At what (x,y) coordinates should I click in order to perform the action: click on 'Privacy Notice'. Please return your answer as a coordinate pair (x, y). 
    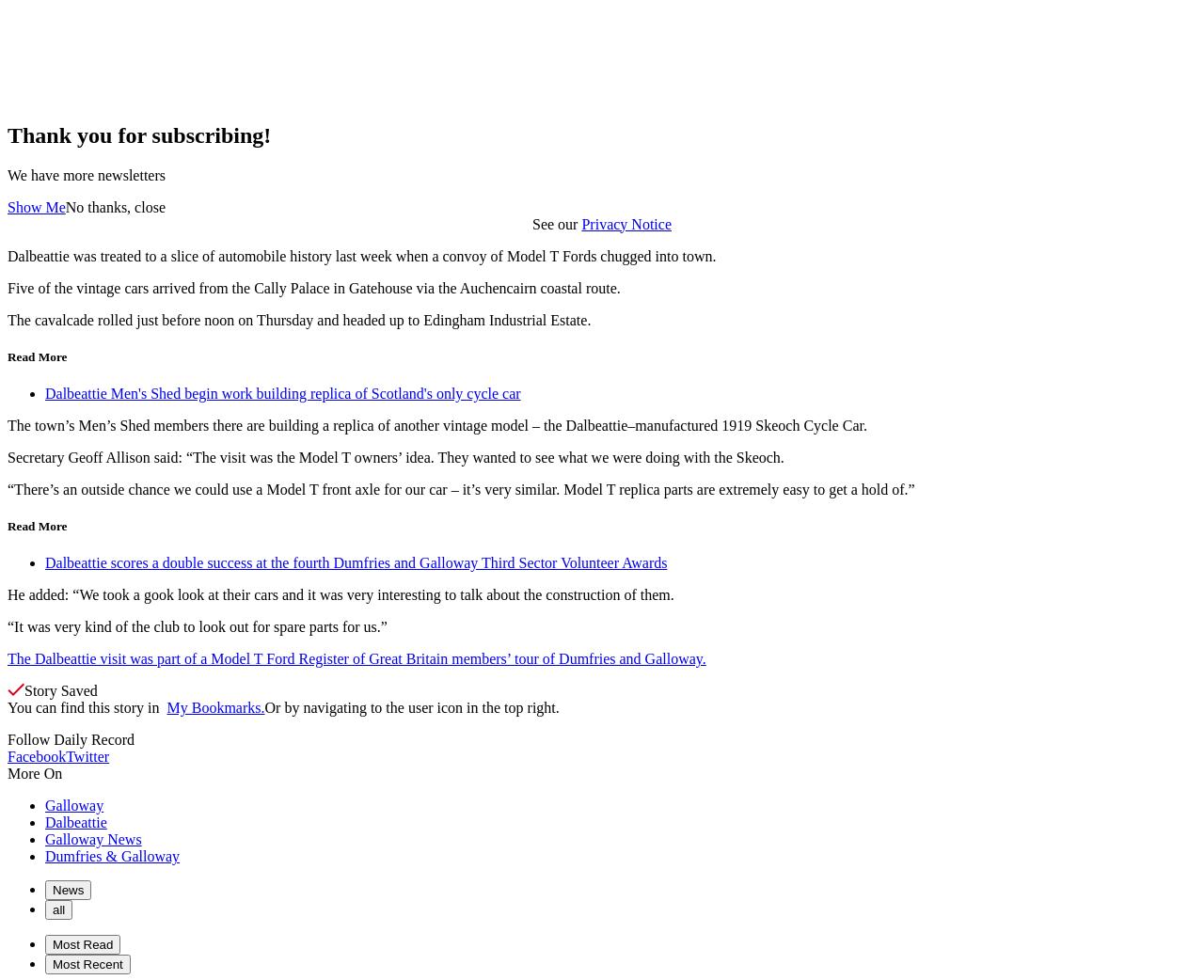
    Looking at the image, I should click on (626, 222).